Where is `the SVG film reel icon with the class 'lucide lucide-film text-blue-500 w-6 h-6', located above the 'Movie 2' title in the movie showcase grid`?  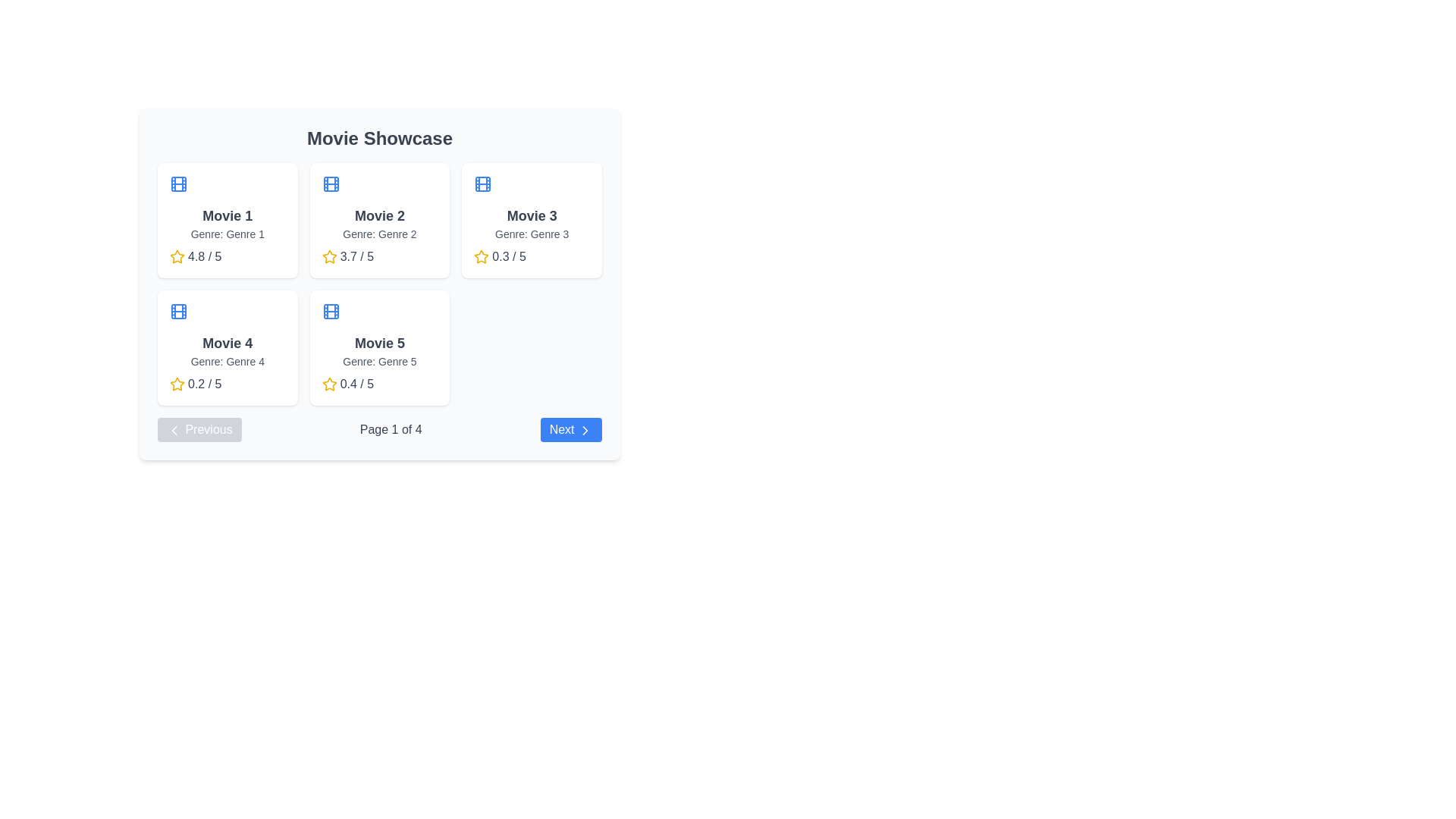 the SVG film reel icon with the class 'lucide lucide-film text-blue-500 w-6 h-6', located above the 'Movie 2' title in the movie showcase grid is located at coordinates (330, 184).